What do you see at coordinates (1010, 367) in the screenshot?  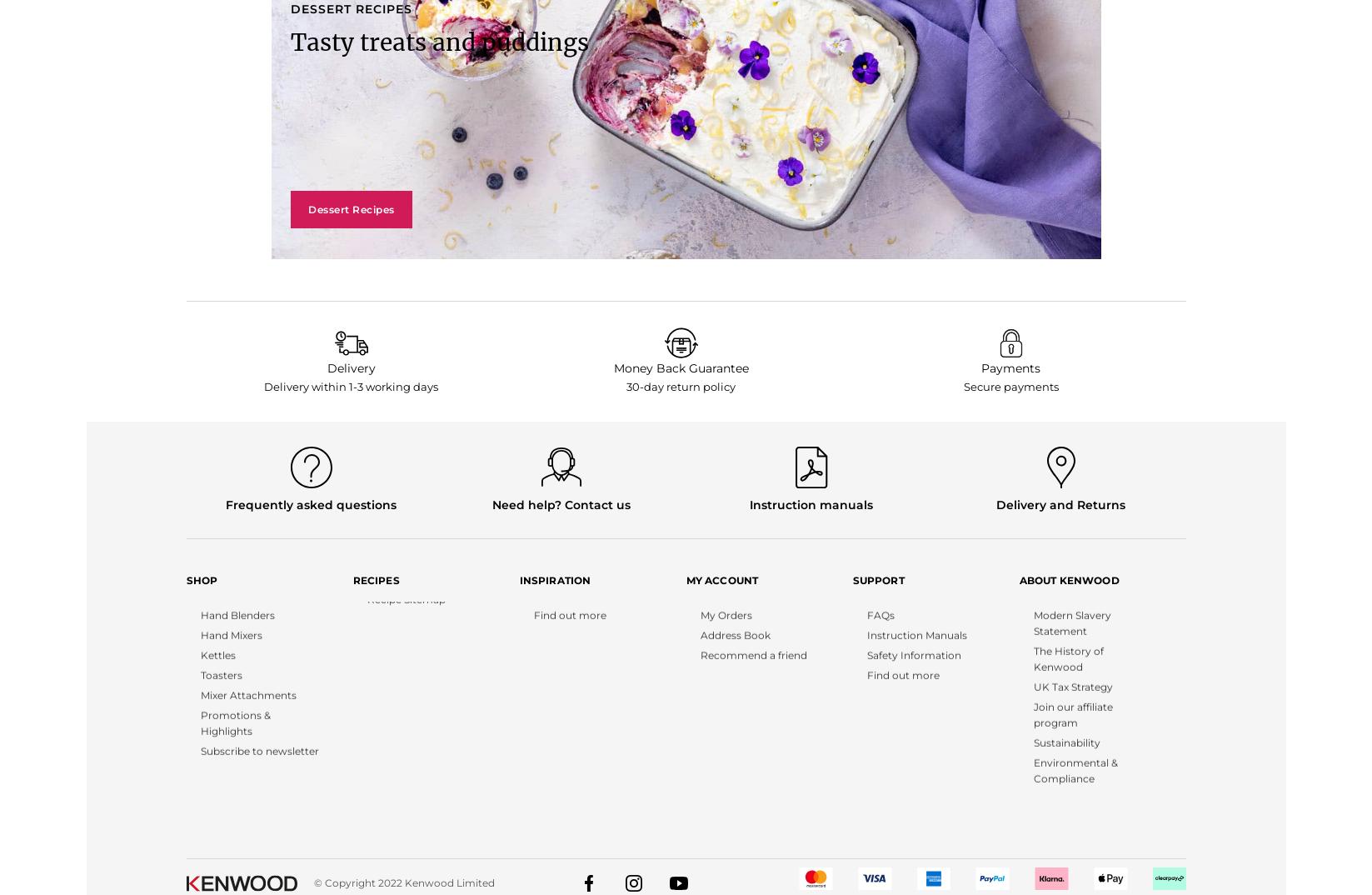 I see `'Payments'` at bounding box center [1010, 367].